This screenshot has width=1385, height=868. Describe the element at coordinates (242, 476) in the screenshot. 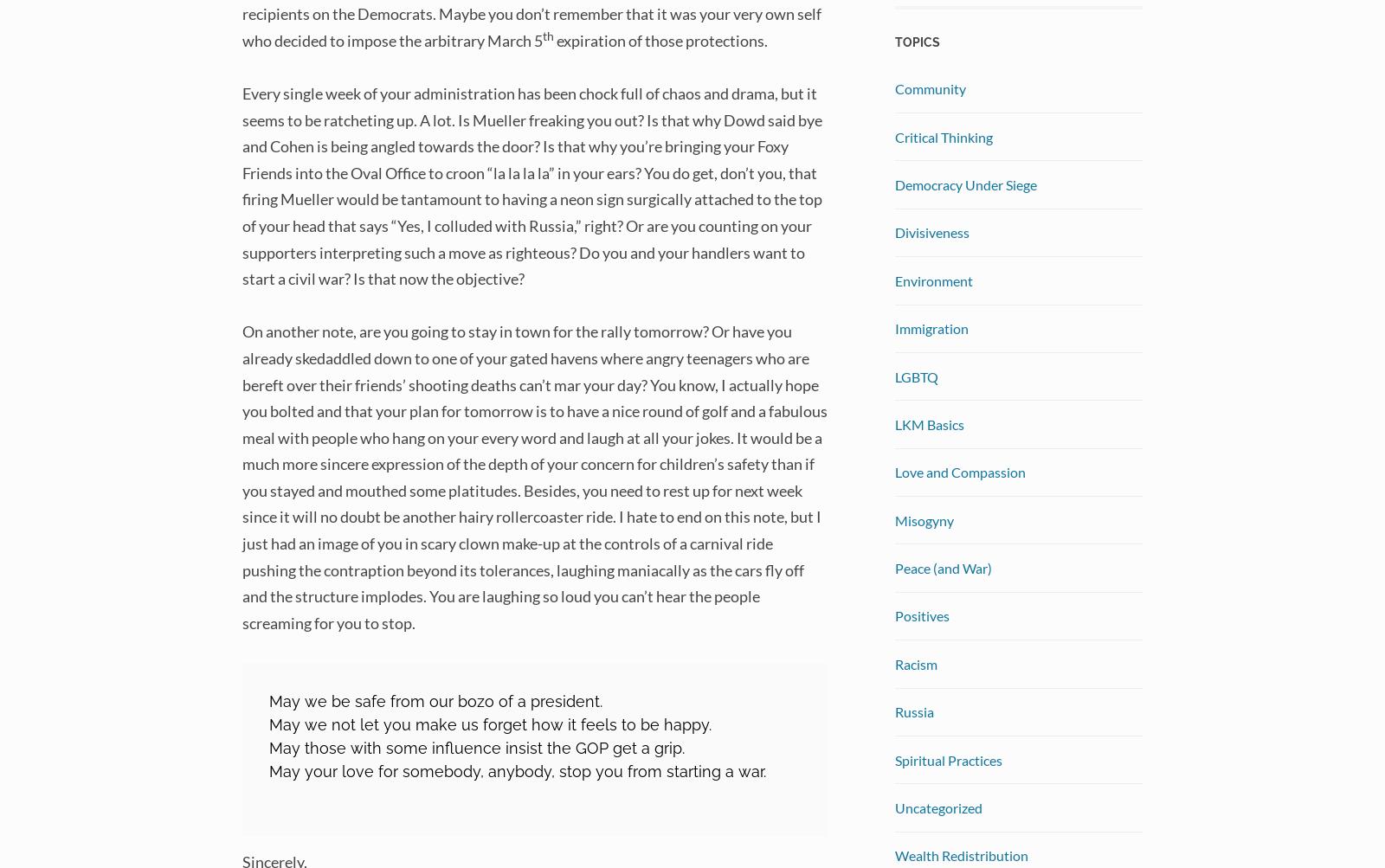

I see `'On another note, are you going to stay in town for the rally tomorrow? Or have you already skedaddled down to one of your gated havens where angry teenagers who are bereft over their friends’ shooting deaths can’t mar your day? You know, I actually hope you bolted and that your plan for tomorrow is to have a nice round of golf and a fabulous meal with people who hang on your every word and laugh at all your jokes. It would be a much more sincere expression of the depth of your concern for children’s safety than if you stayed and mouthed some platitudes. Besides, you need to rest up for next week since it will no doubt be another hairy rollercoaster ride. I hate to end on this note, but I just had an image of you in scary clown make-up at the controls of a carnival ride pushing the contraption beyond its tolerances, laughing maniacally as the cars fly off and the structure implodes. You are laughing so loud you can’t hear the people screaming for you to stop.'` at that location.